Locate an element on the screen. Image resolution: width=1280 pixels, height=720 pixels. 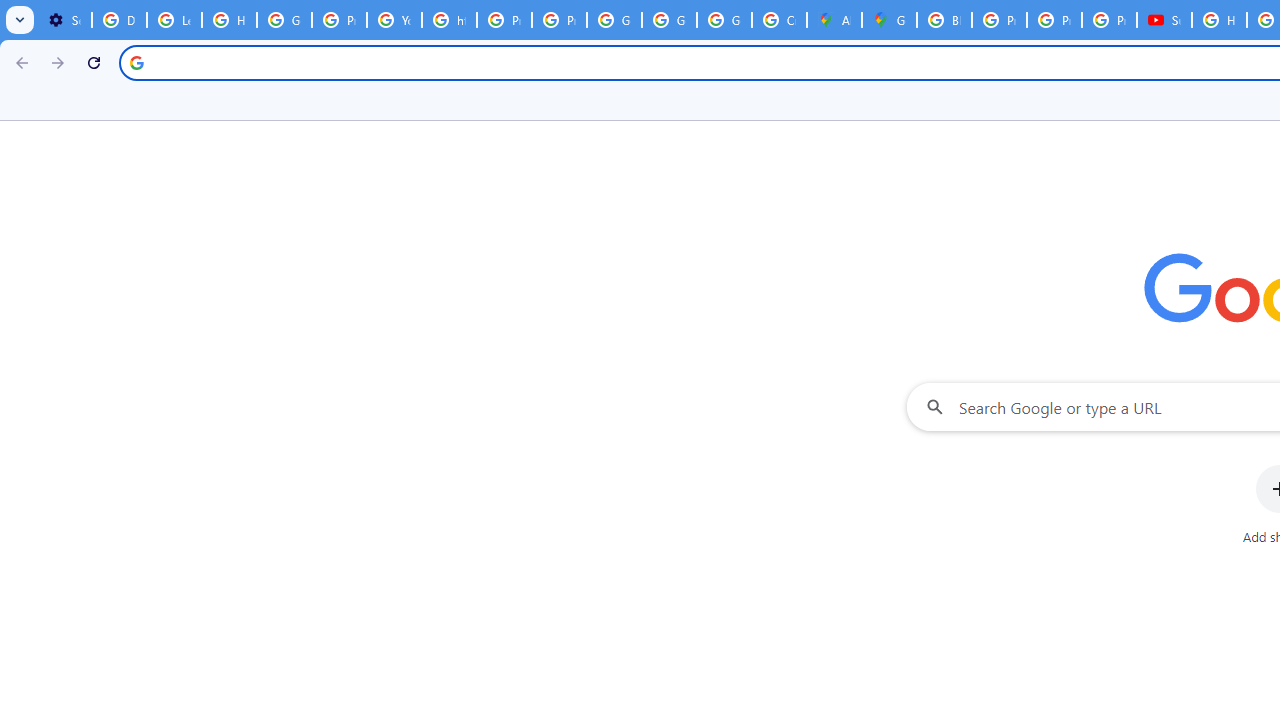
'YouTube' is located at coordinates (394, 20).